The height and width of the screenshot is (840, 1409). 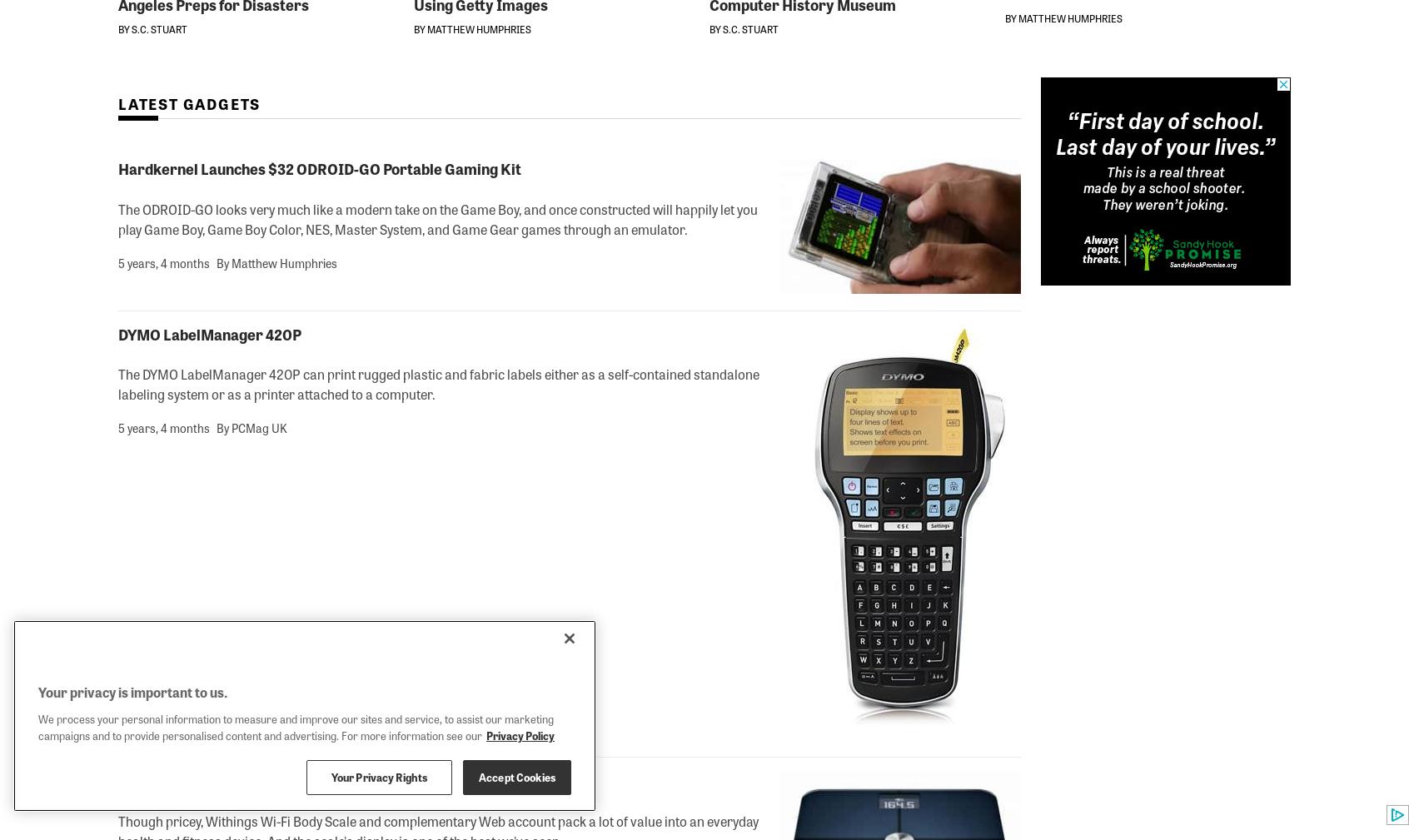 I want to click on 'By PCMag UK', so click(x=251, y=427).